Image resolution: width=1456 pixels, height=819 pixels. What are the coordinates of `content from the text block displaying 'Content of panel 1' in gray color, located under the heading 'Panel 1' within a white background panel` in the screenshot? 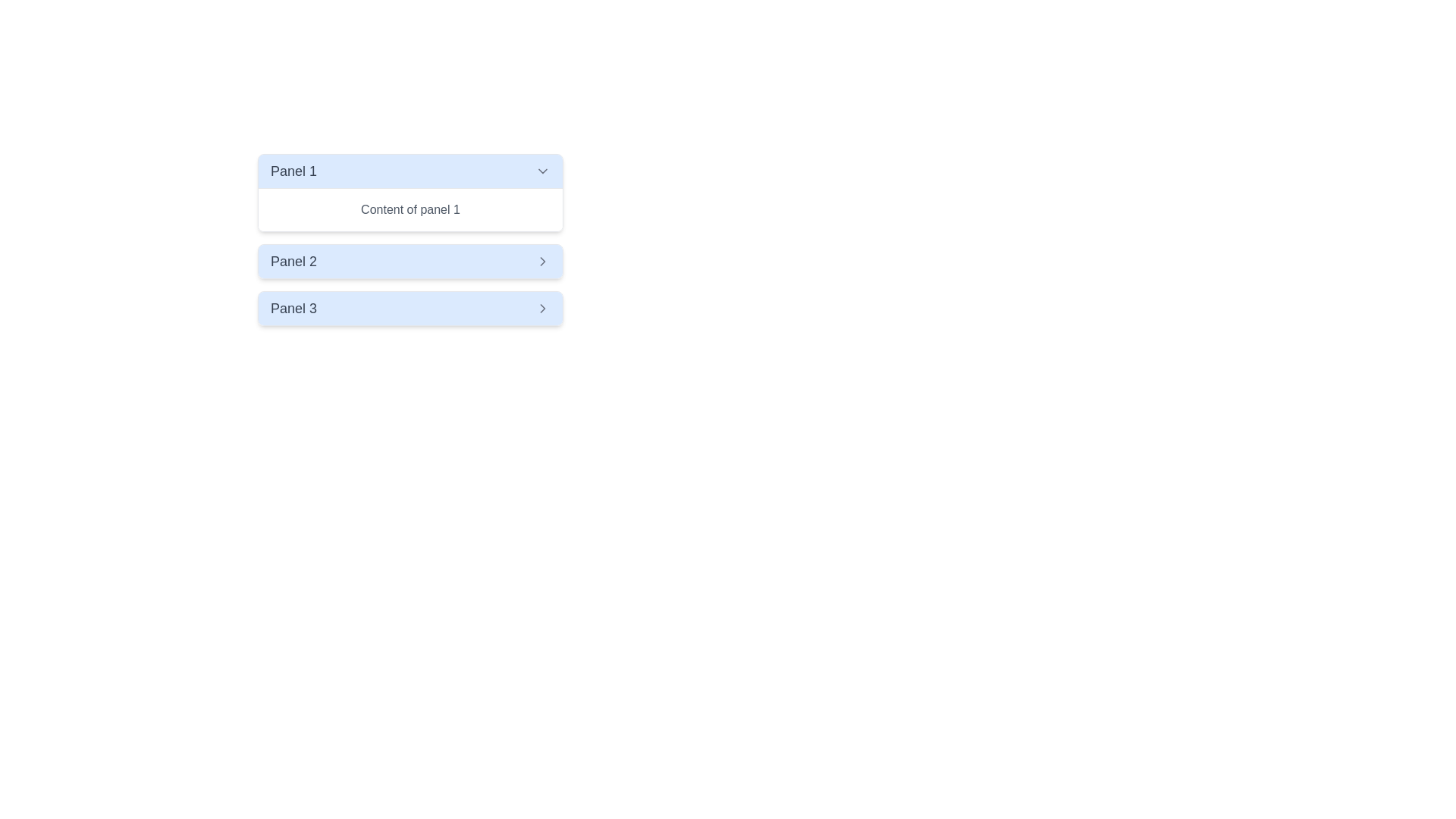 It's located at (410, 210).